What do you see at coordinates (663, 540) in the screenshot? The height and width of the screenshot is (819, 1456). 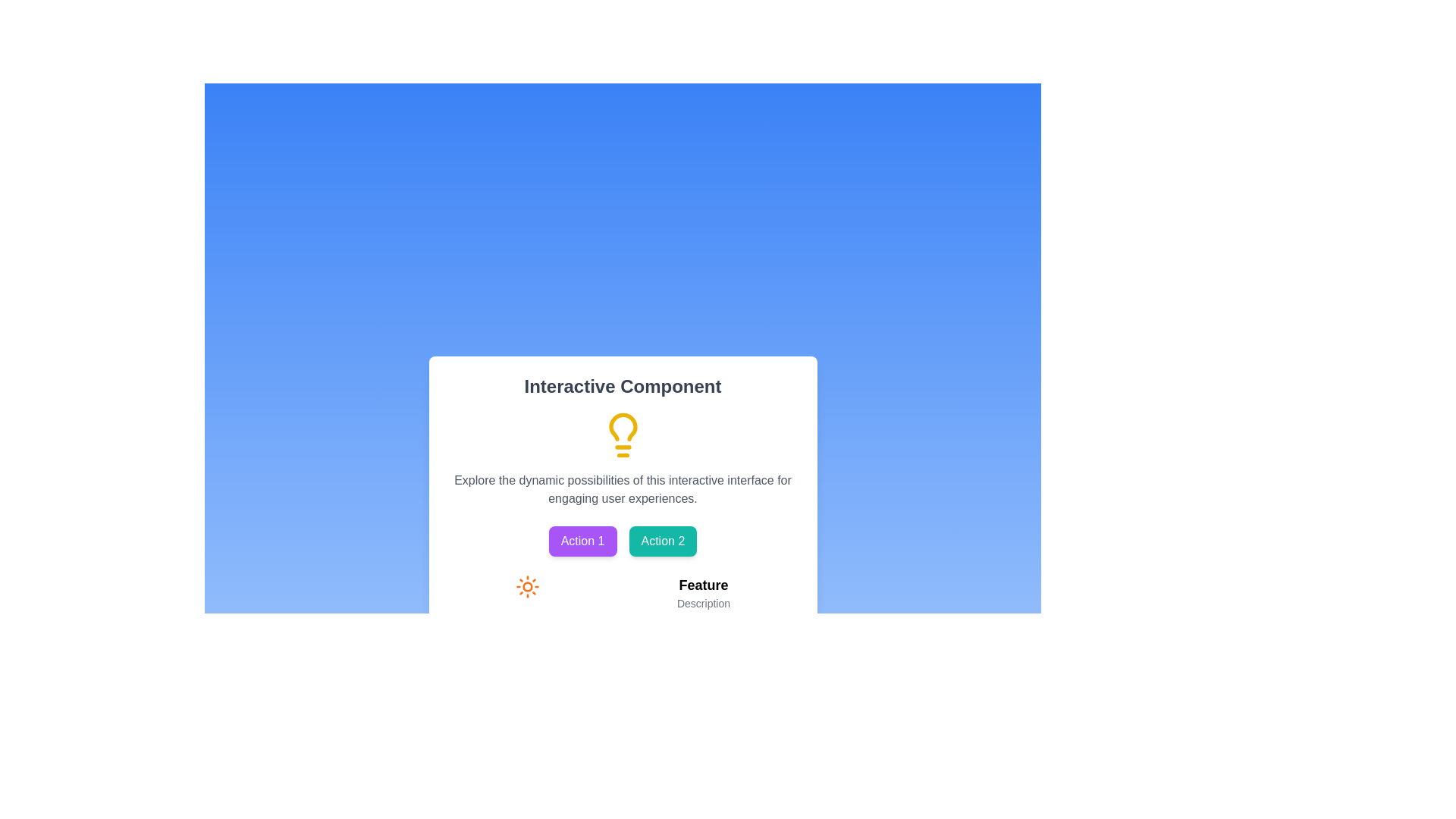 I see `the button labeled 'Action 2', which has a teal background and white bold text, located in the lower middle section of the interface` at bounding box center [663, 540].